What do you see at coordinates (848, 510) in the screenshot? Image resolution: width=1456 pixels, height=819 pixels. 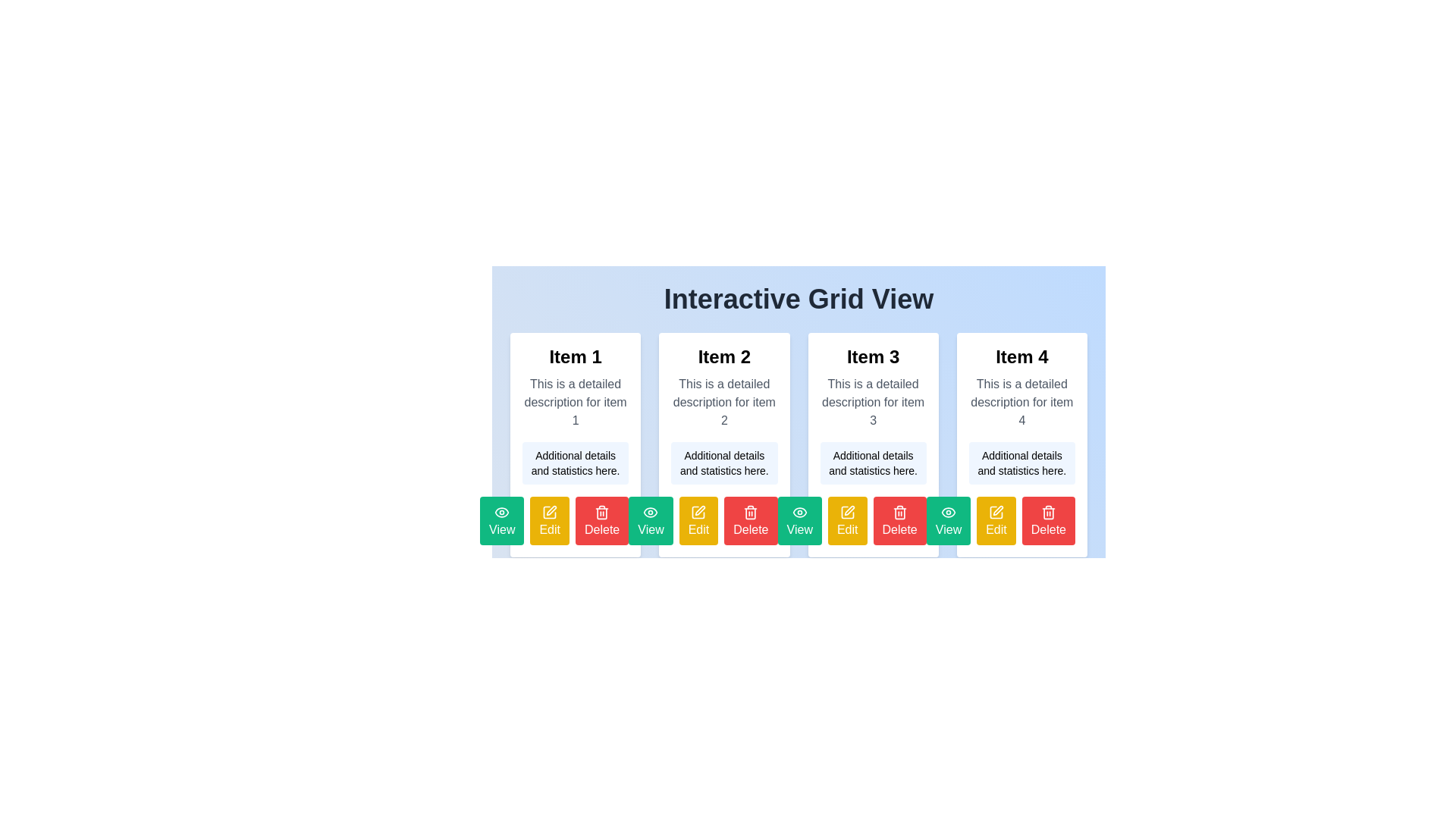 I see `the pen-like icon representing editing functionality located centrally within the action icons of the third card ('Item 3') to initiate an edit action` at bounding box center [848, 510].